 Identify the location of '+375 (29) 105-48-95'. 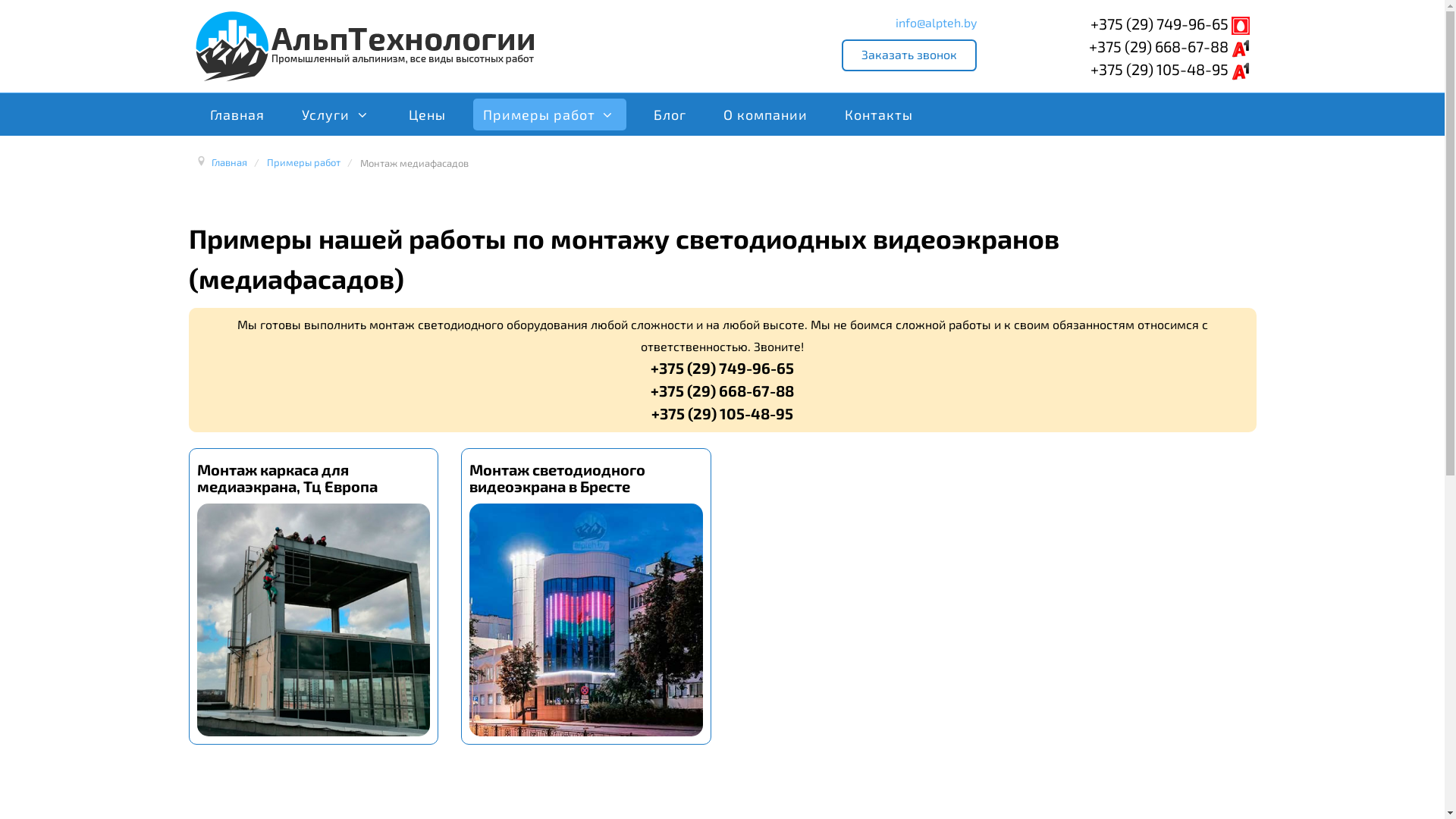
(1090, 69).